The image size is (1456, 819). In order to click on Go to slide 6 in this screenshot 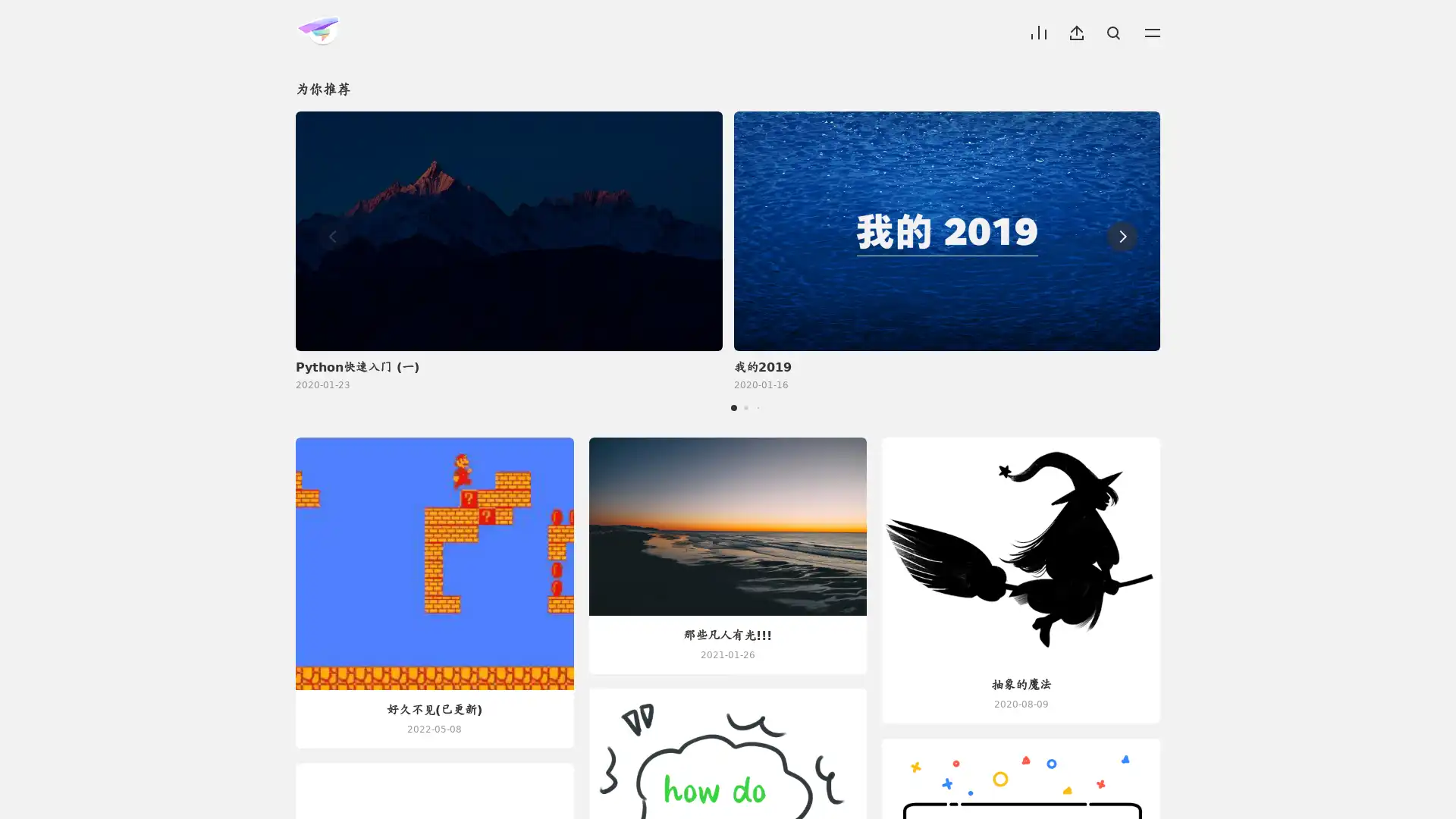, I will do `click(792, 406)`.